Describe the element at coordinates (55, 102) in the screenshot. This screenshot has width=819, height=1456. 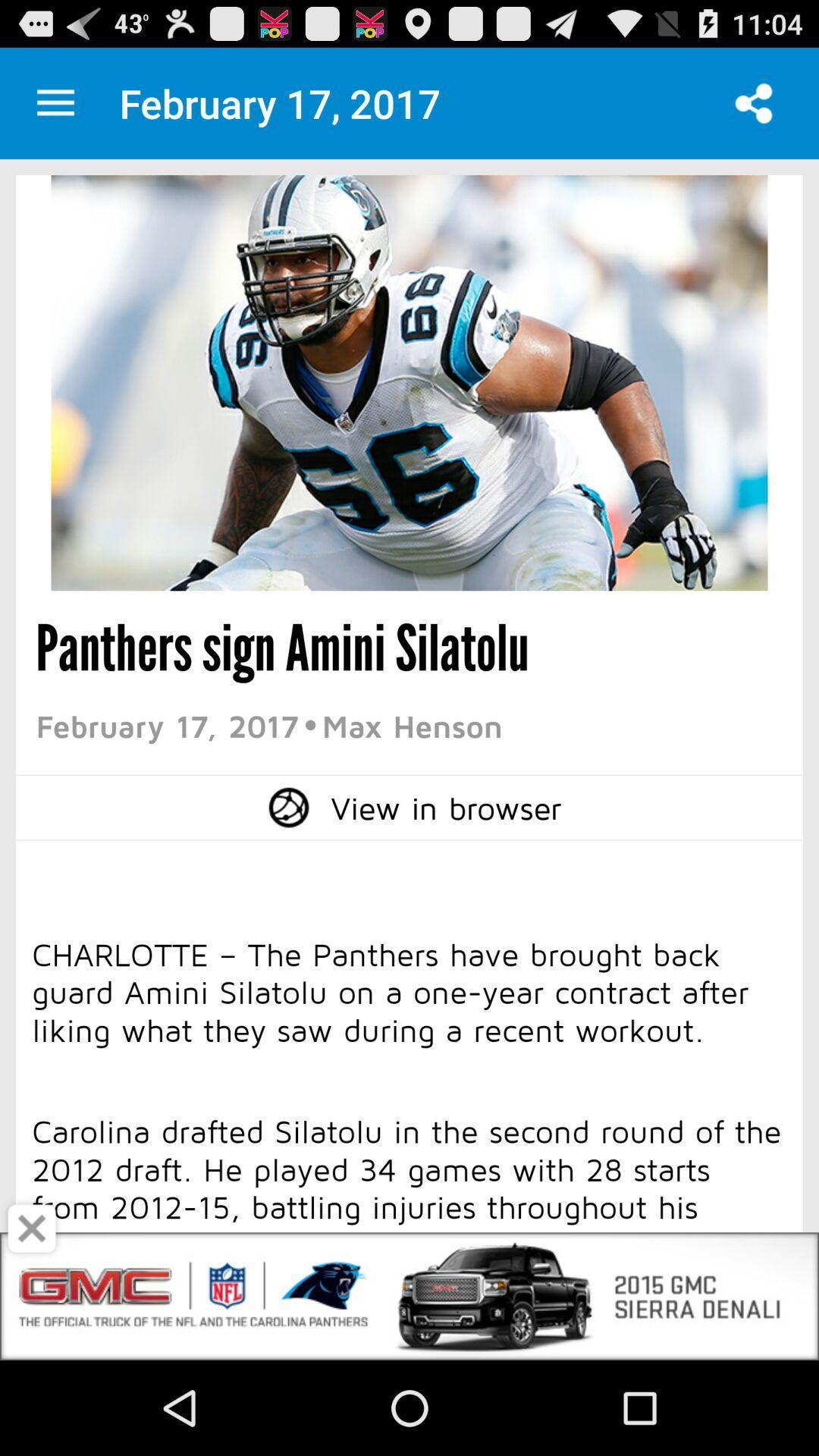
I see `carolina panthers mobile` at that location.